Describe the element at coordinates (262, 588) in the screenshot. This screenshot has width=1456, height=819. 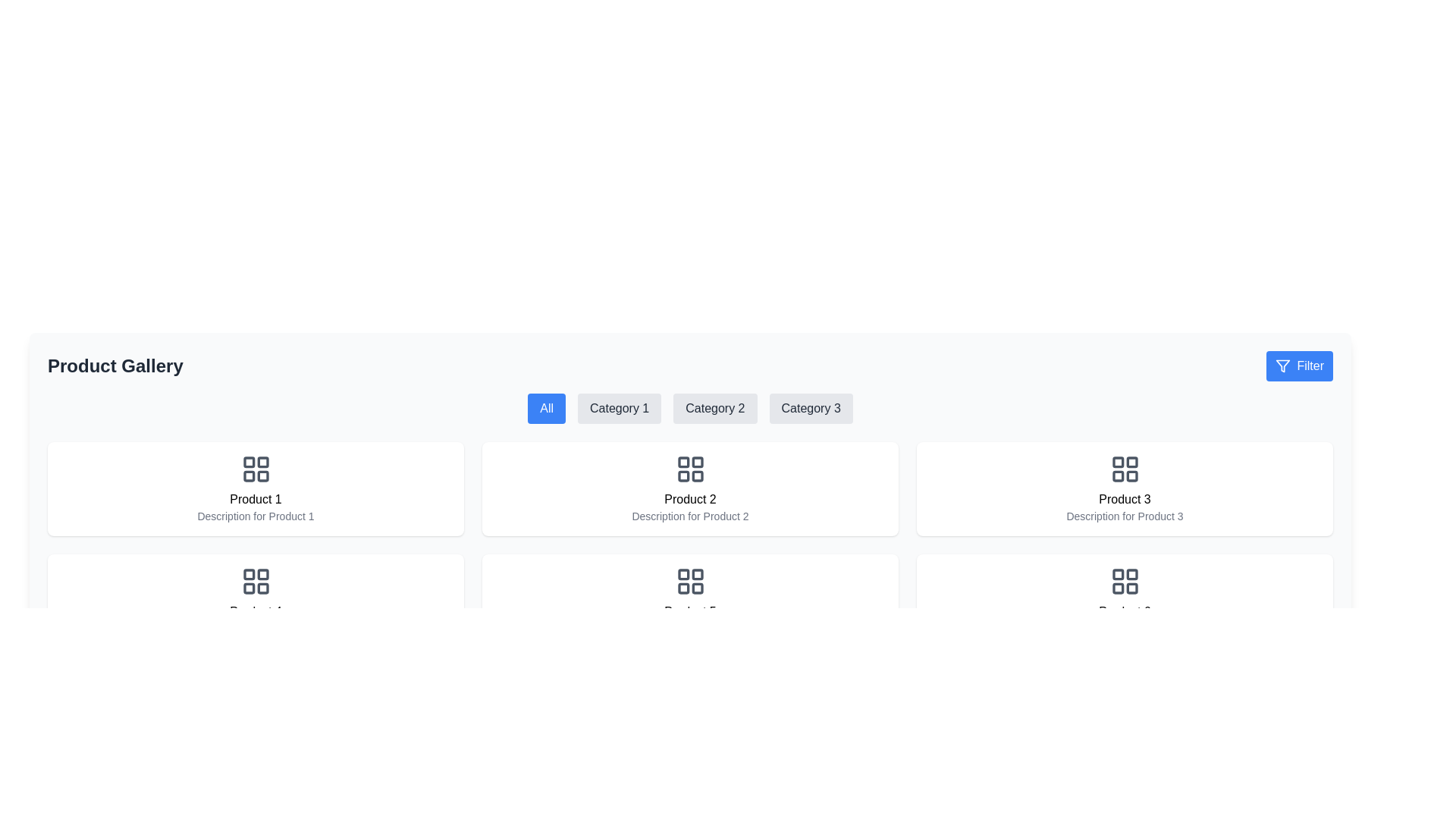
I see `the small square located in the bottom-right position of the 2x2 grid within the SVG icon, which is part of the product gallery above the 'Product 2' title` at that location.